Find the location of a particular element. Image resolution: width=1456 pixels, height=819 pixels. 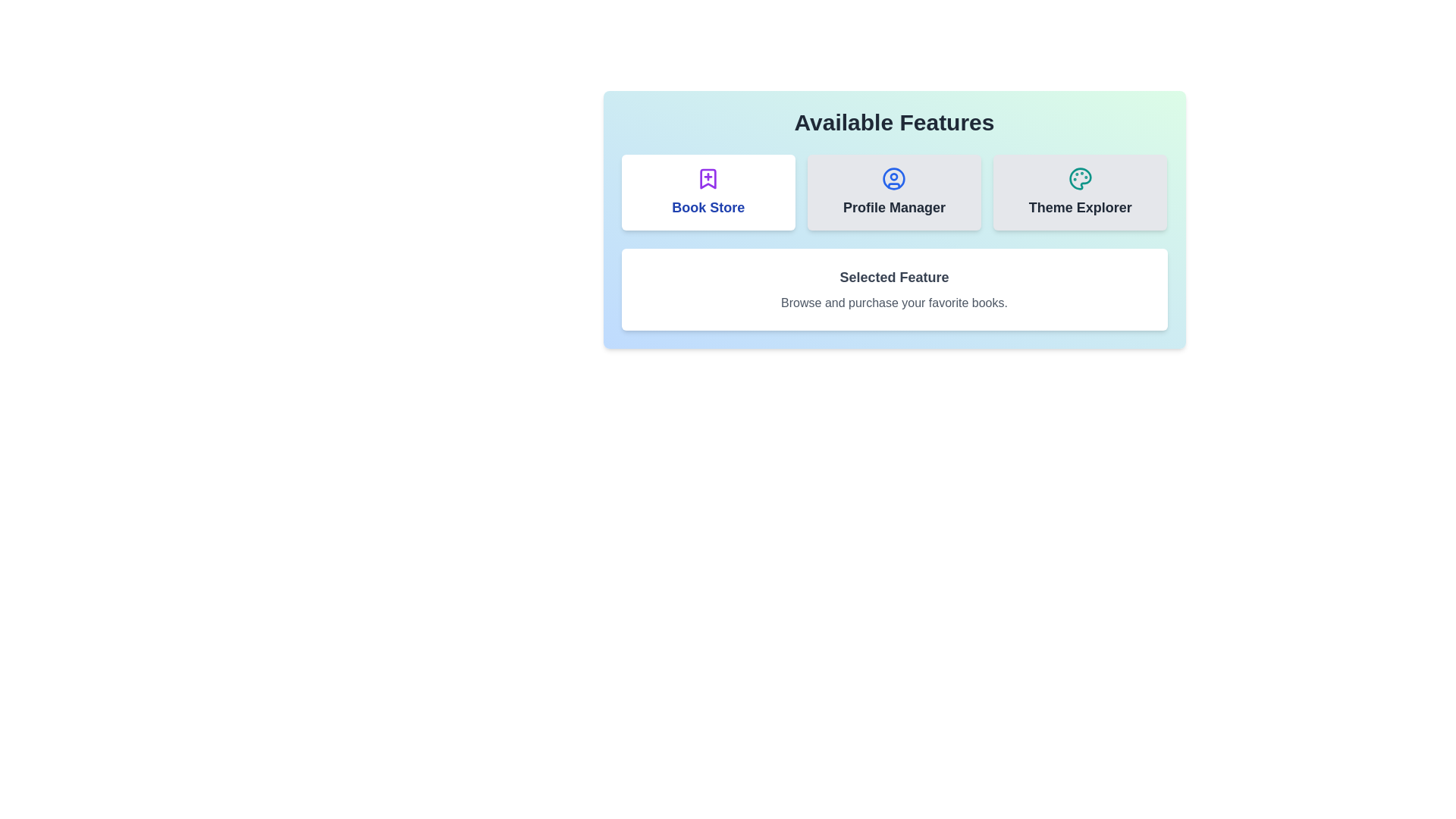

the second interactive card in the three-column grid under 'Available Features' is located at coordinates (894, 192).